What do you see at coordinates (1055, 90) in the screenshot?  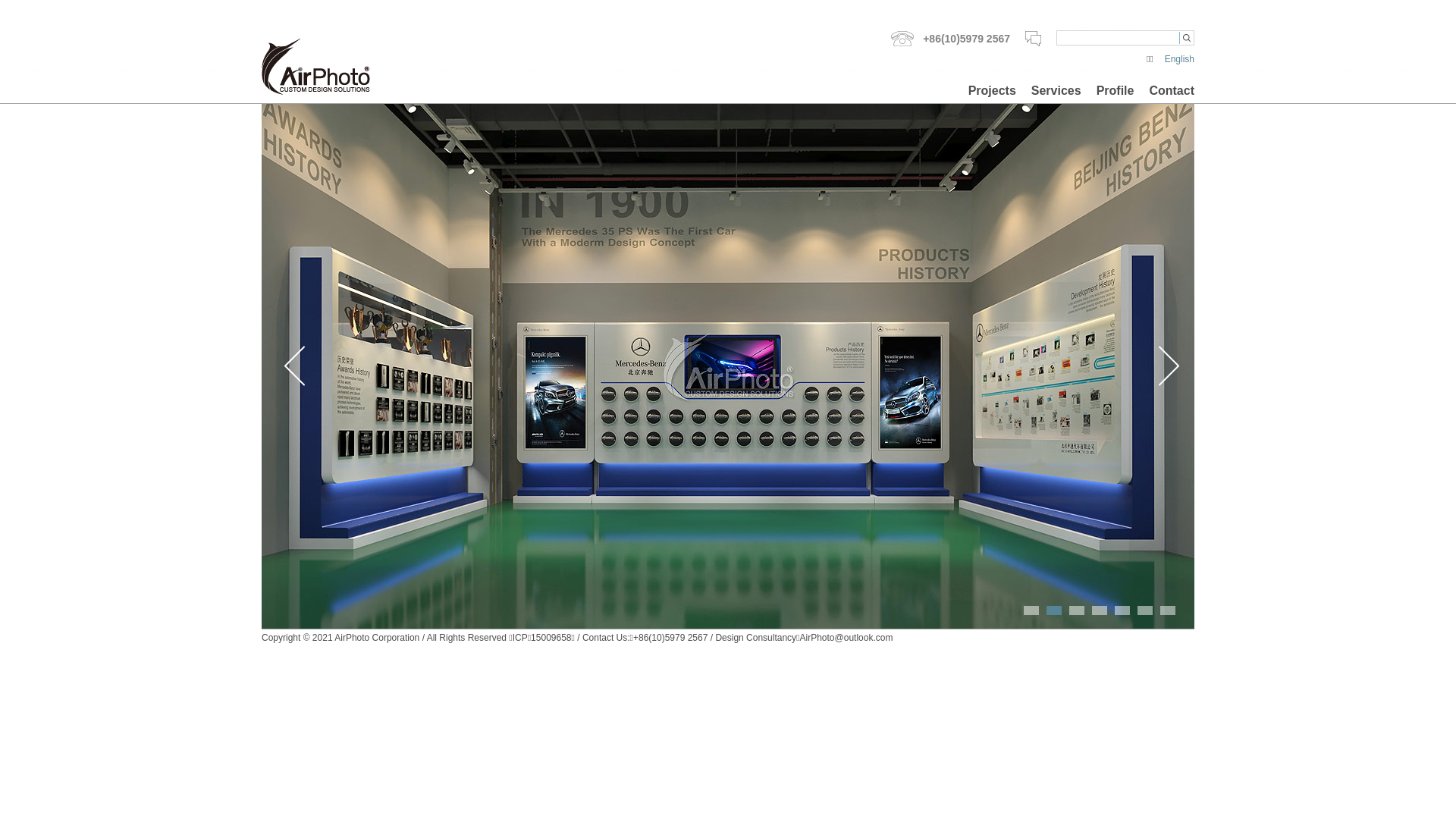 I see `'Services'` at bounding box center [1055, 90].